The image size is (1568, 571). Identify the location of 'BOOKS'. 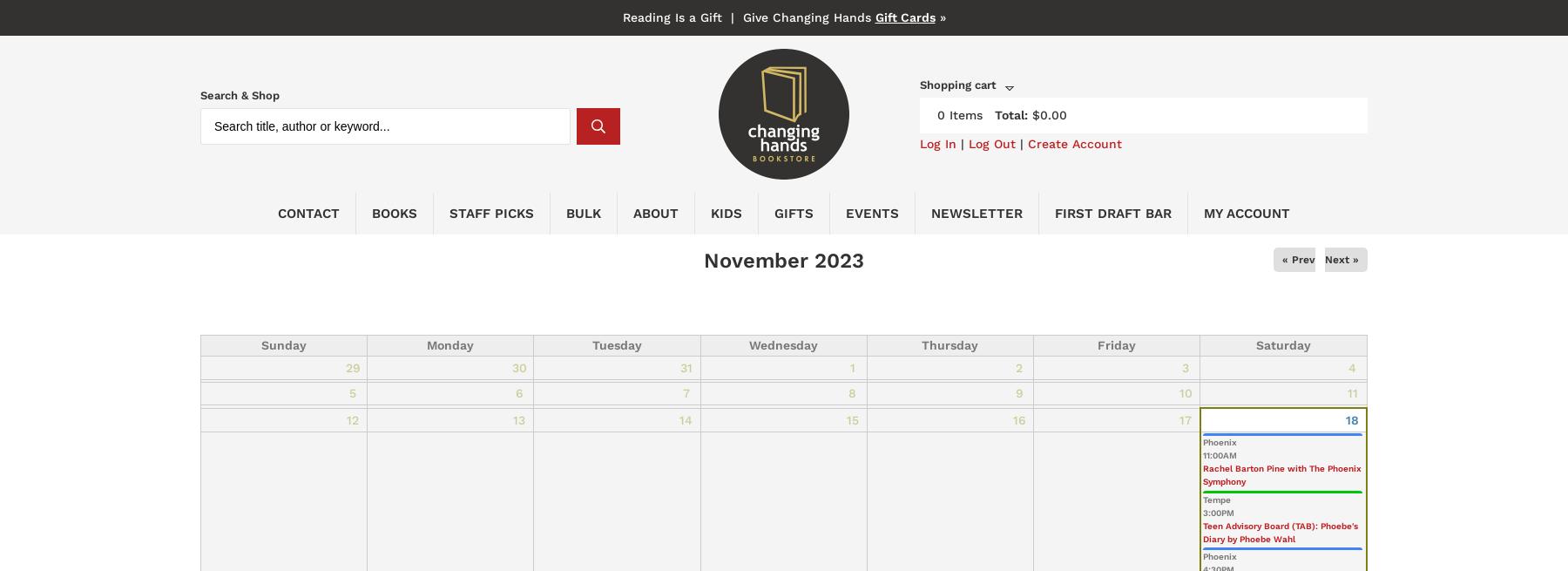
(394, 212).